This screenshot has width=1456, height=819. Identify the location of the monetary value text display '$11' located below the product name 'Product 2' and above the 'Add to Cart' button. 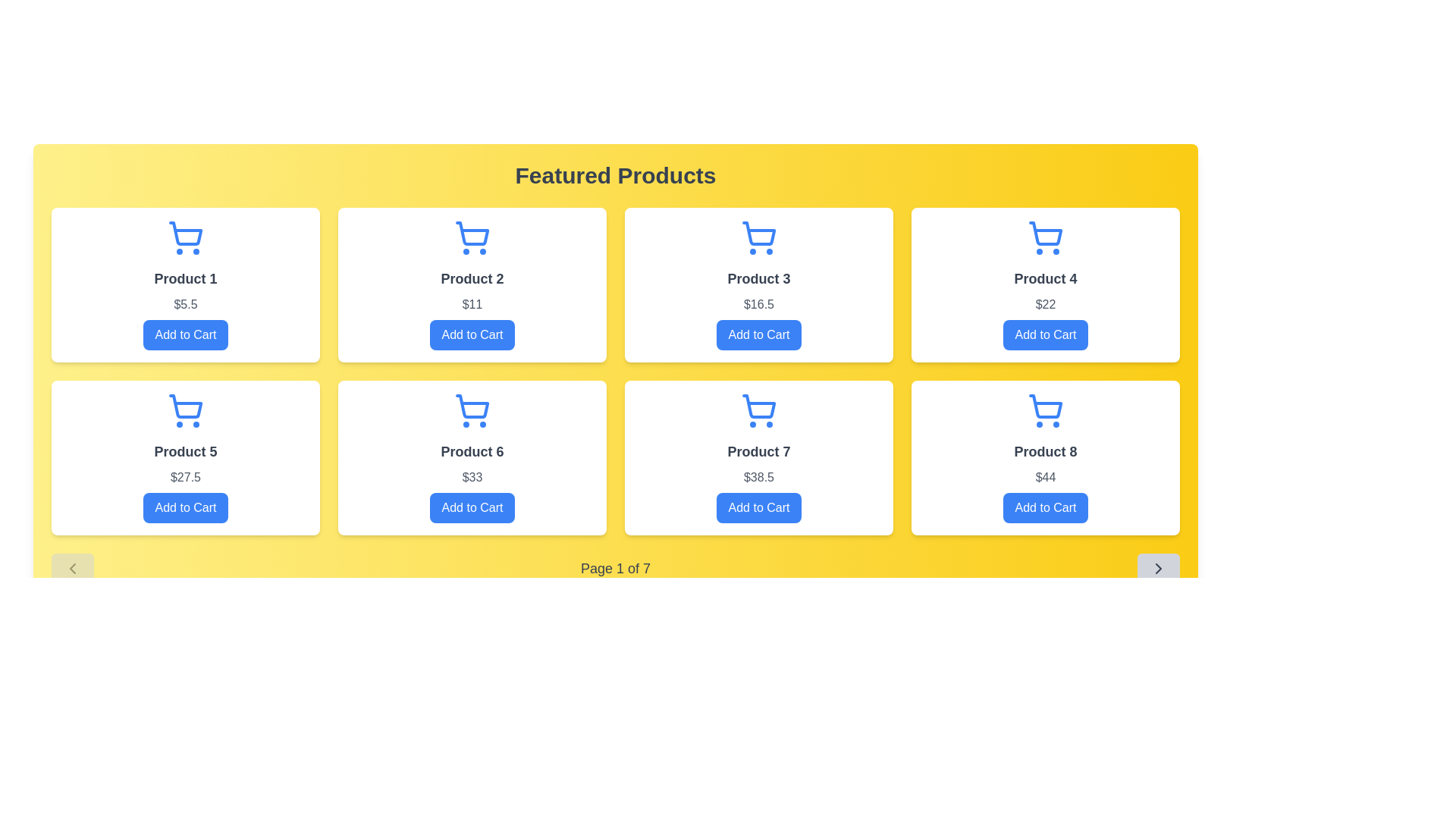
(472, 304).